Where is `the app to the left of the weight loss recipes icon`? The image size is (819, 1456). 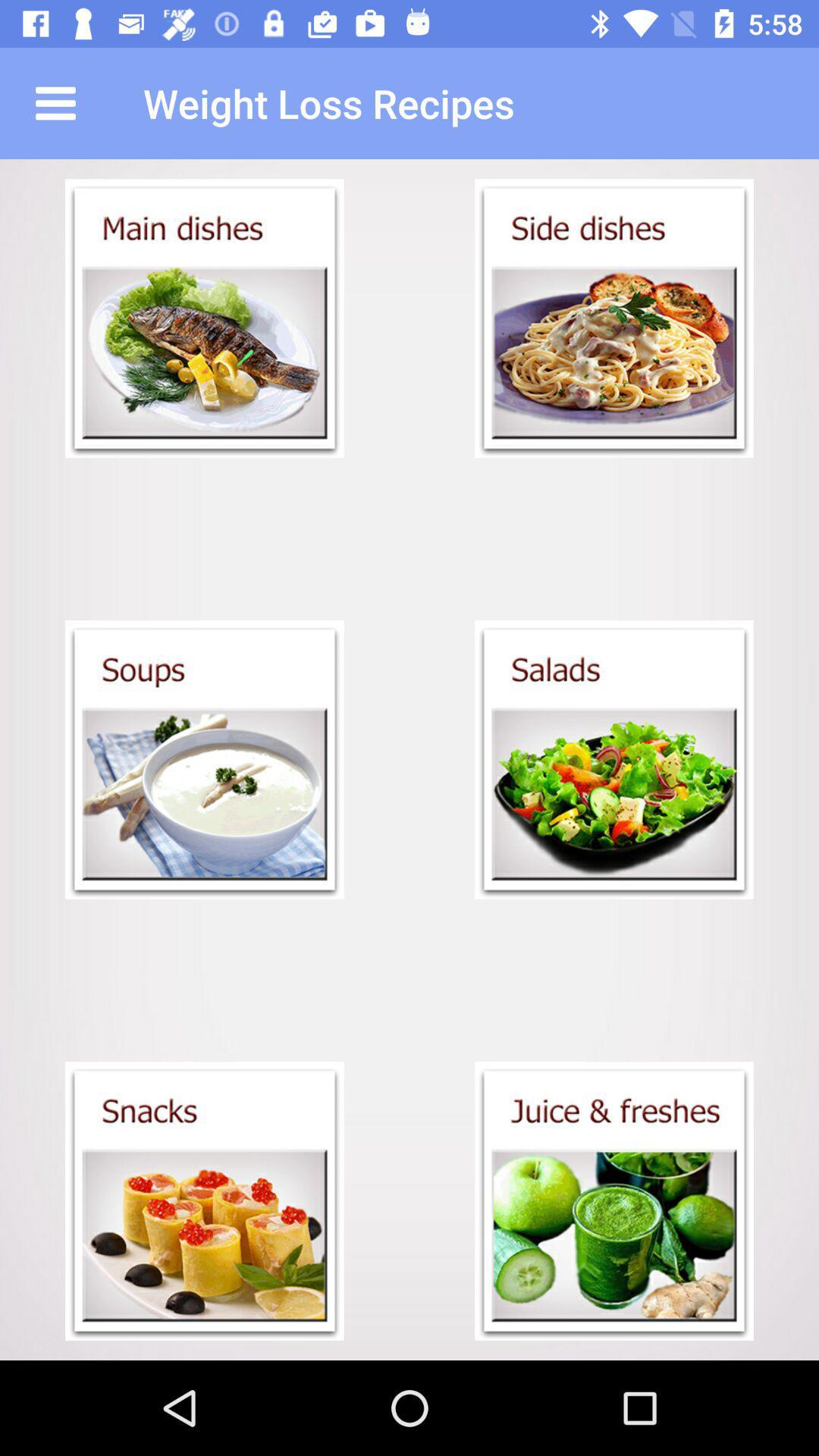
the app to the left of the weight loss recipes icon is located at coordinates (55, 102).